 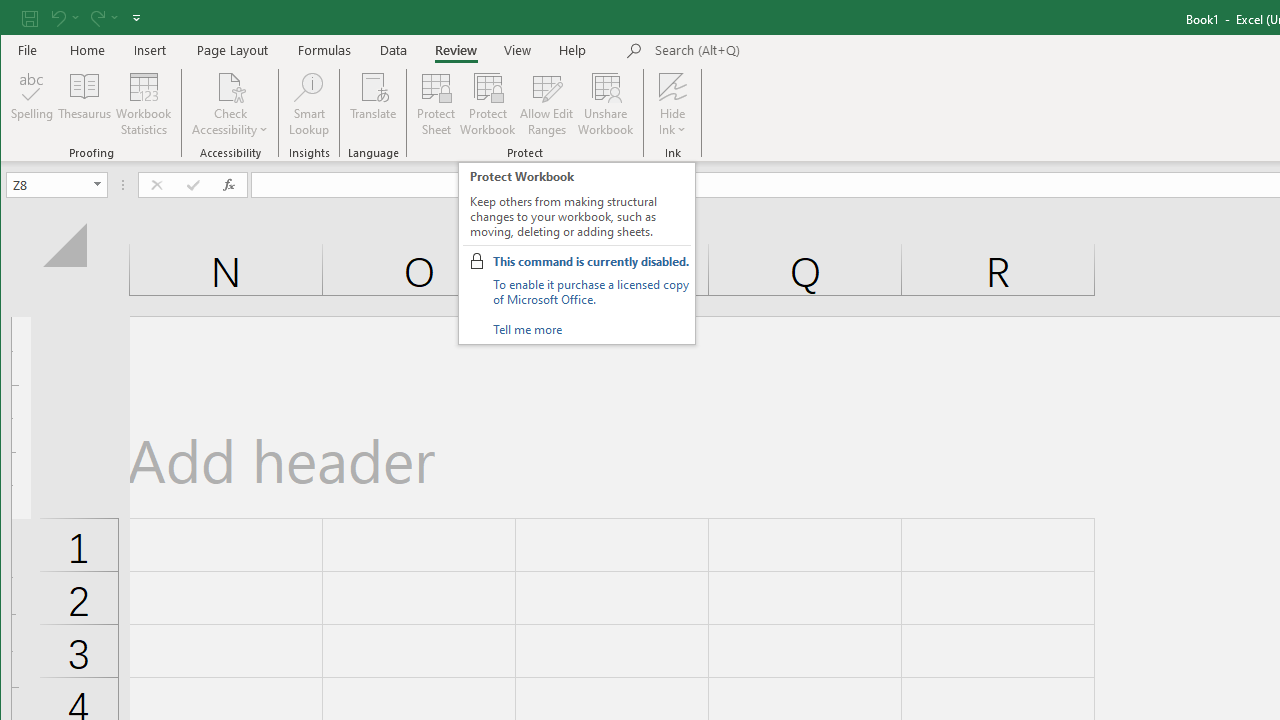 What do you see at coordinates (394, 49) in the screenshot?
I see `'Data'` at bounding box center [394, 49].